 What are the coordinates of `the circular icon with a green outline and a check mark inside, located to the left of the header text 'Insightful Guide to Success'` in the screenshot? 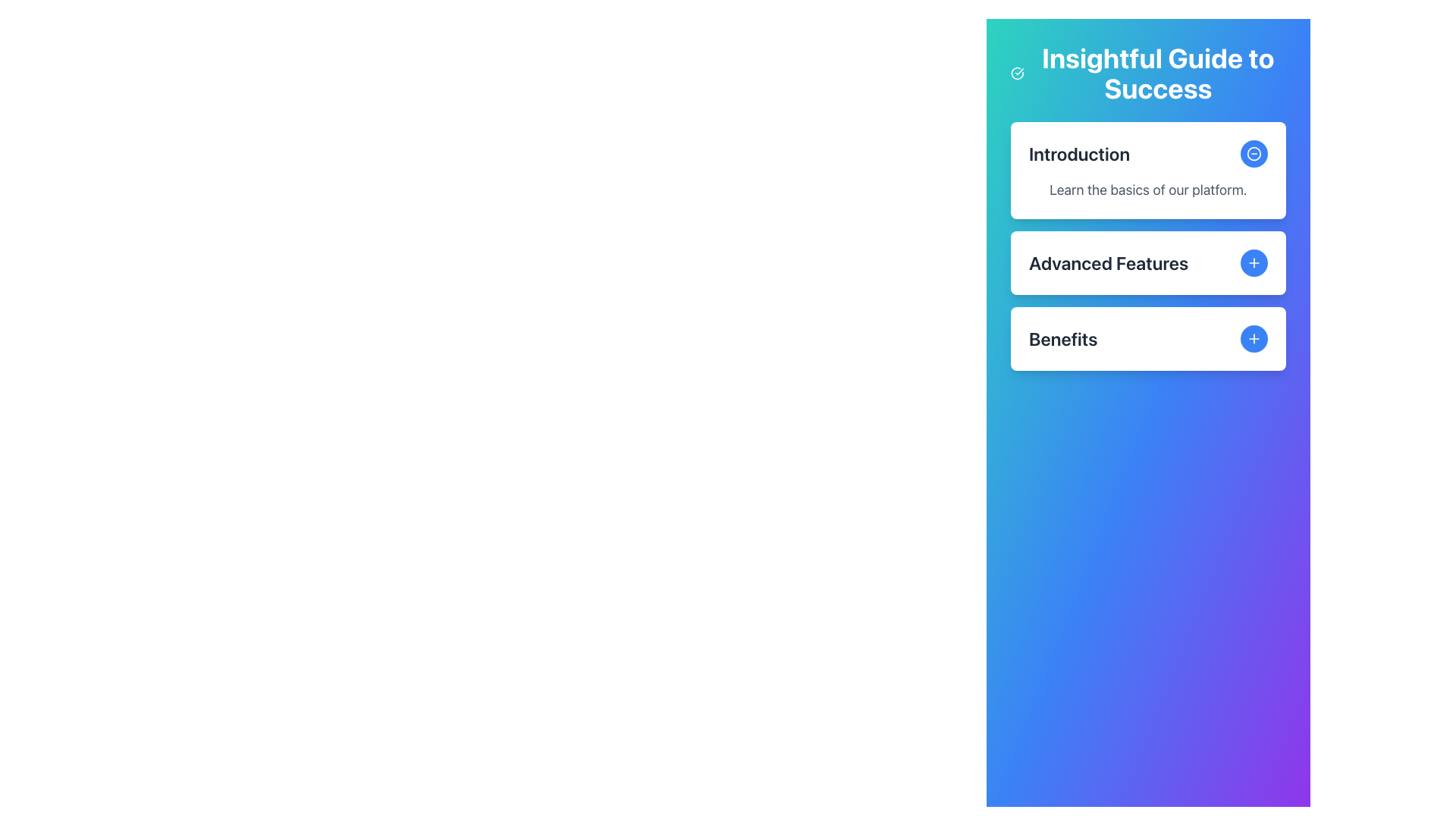 It's located at (1017, 73).